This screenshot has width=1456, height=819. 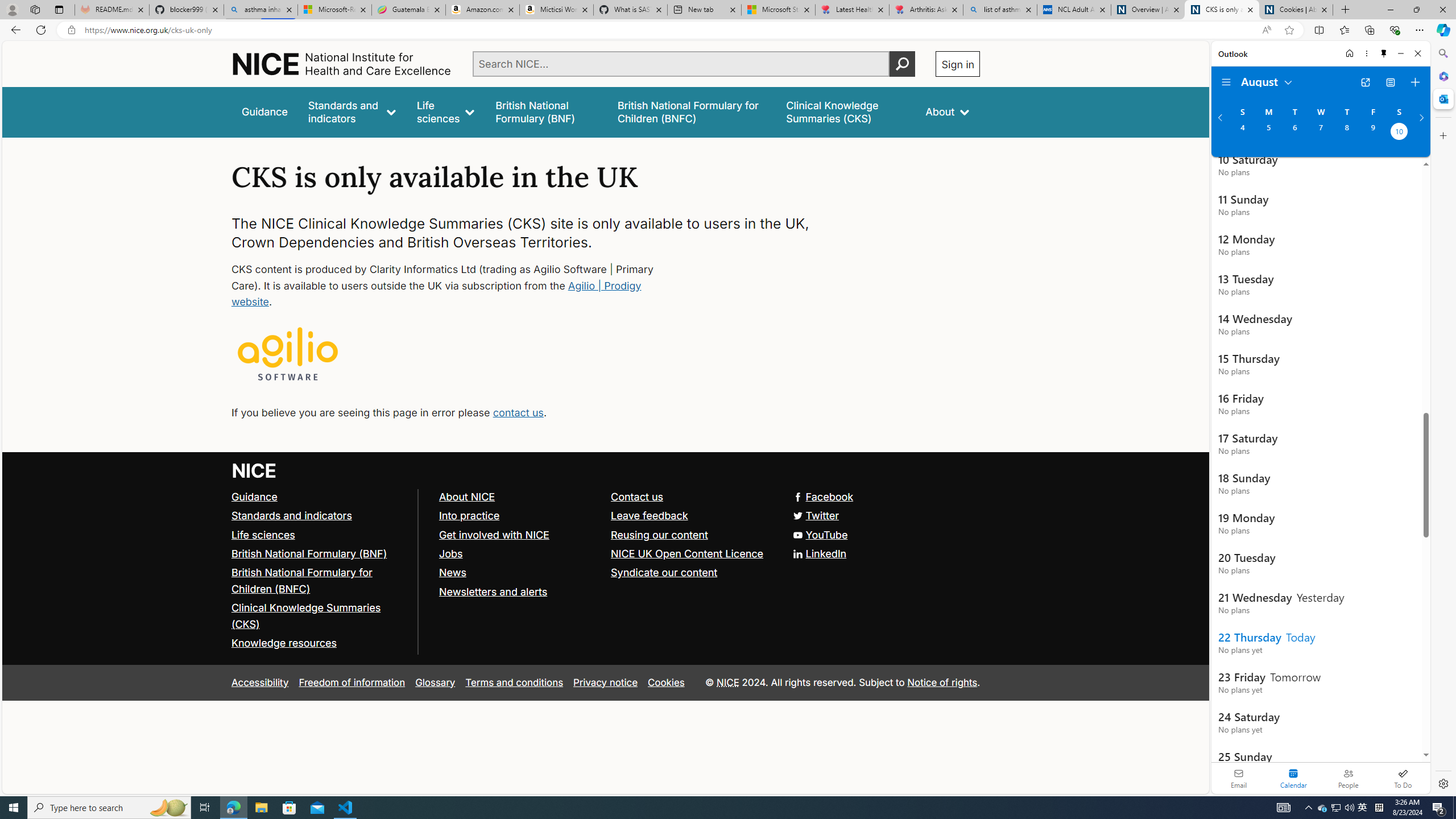 What do you see at coordinates (664, 571) in the screenshot?
I see `'Syndicate our content'` at bounding box center [664, 571].